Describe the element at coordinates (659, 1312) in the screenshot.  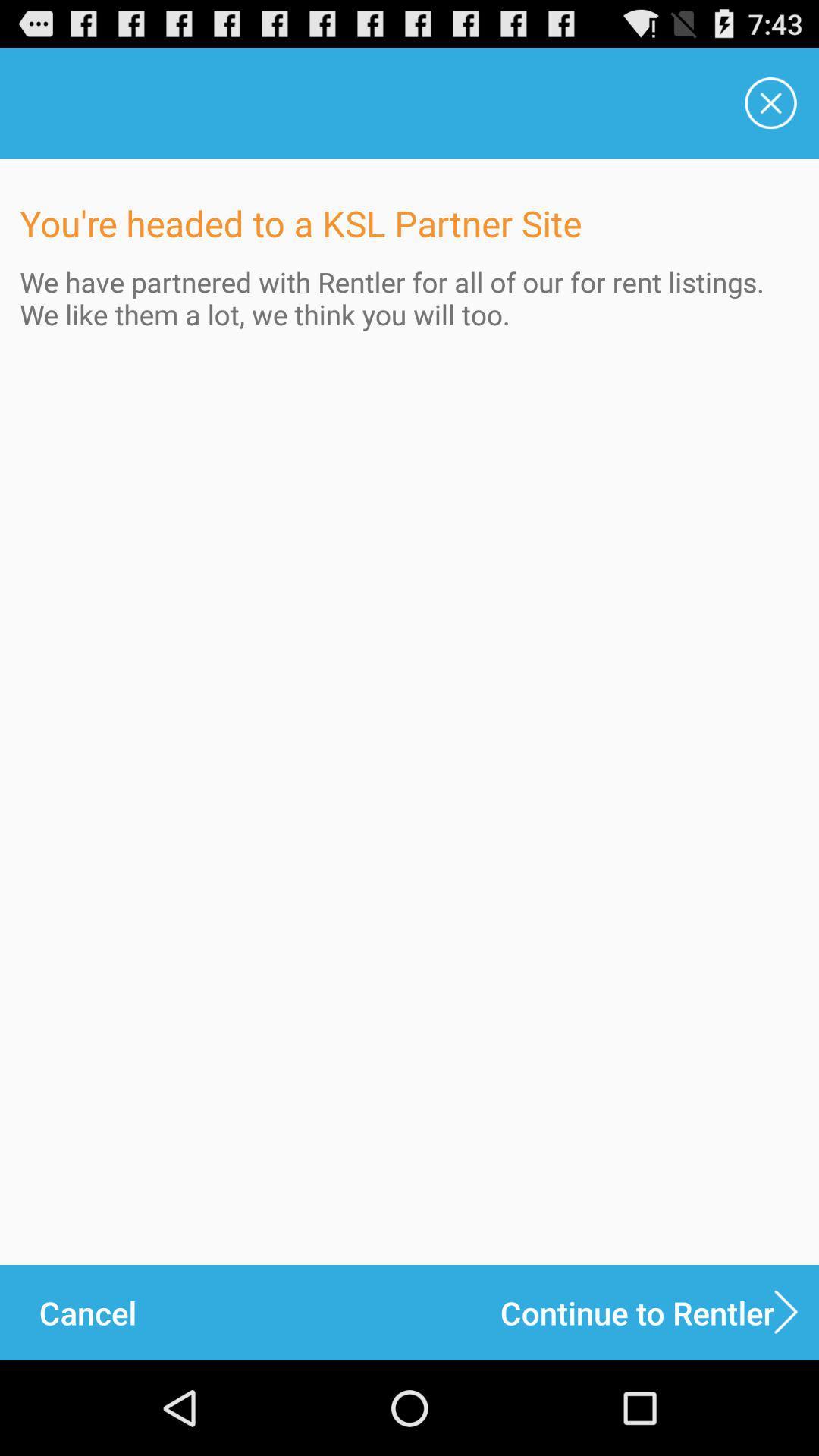
I see `the icon at the bottom right corner` at that location.